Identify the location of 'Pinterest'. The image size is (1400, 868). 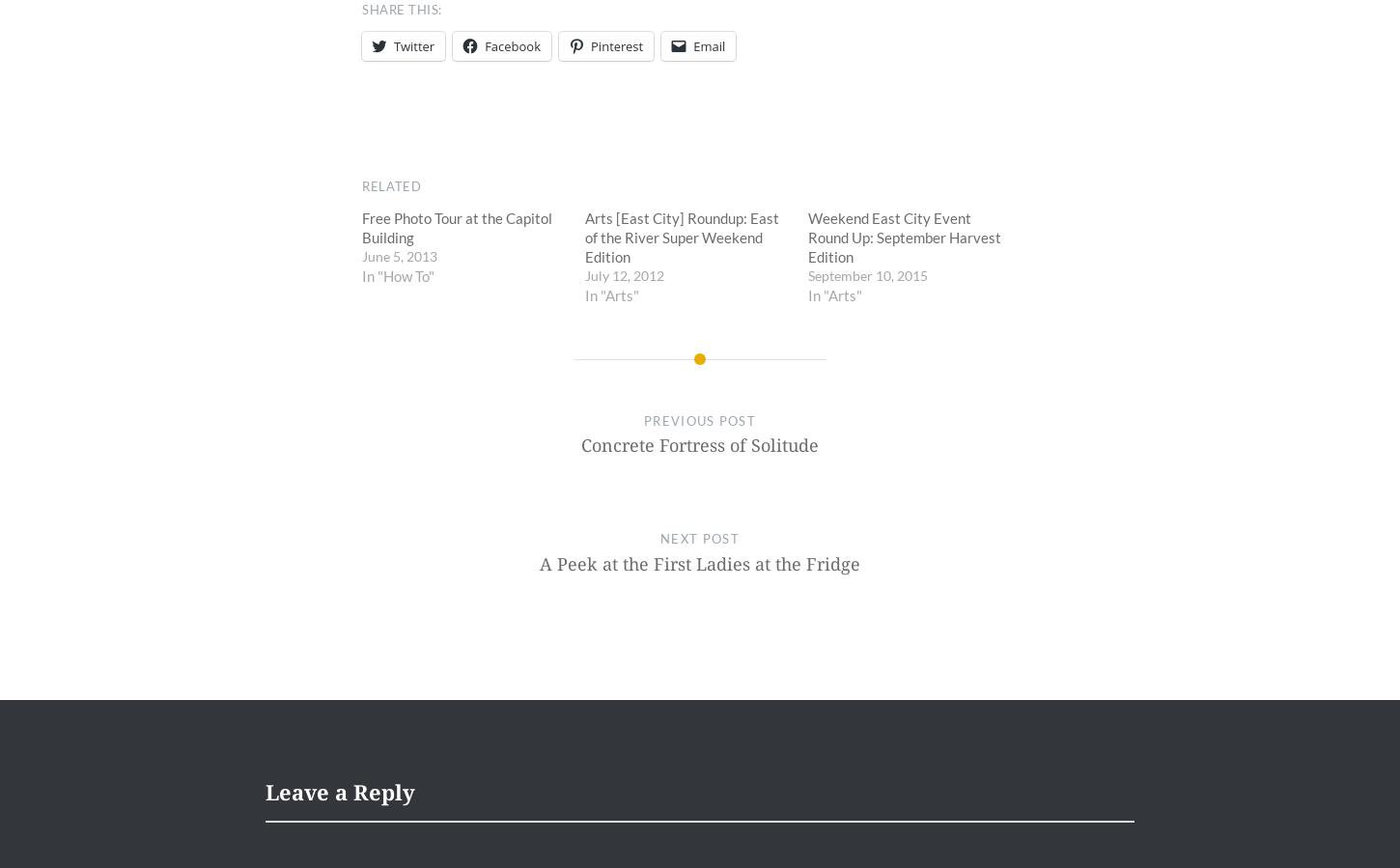
(616, 45).